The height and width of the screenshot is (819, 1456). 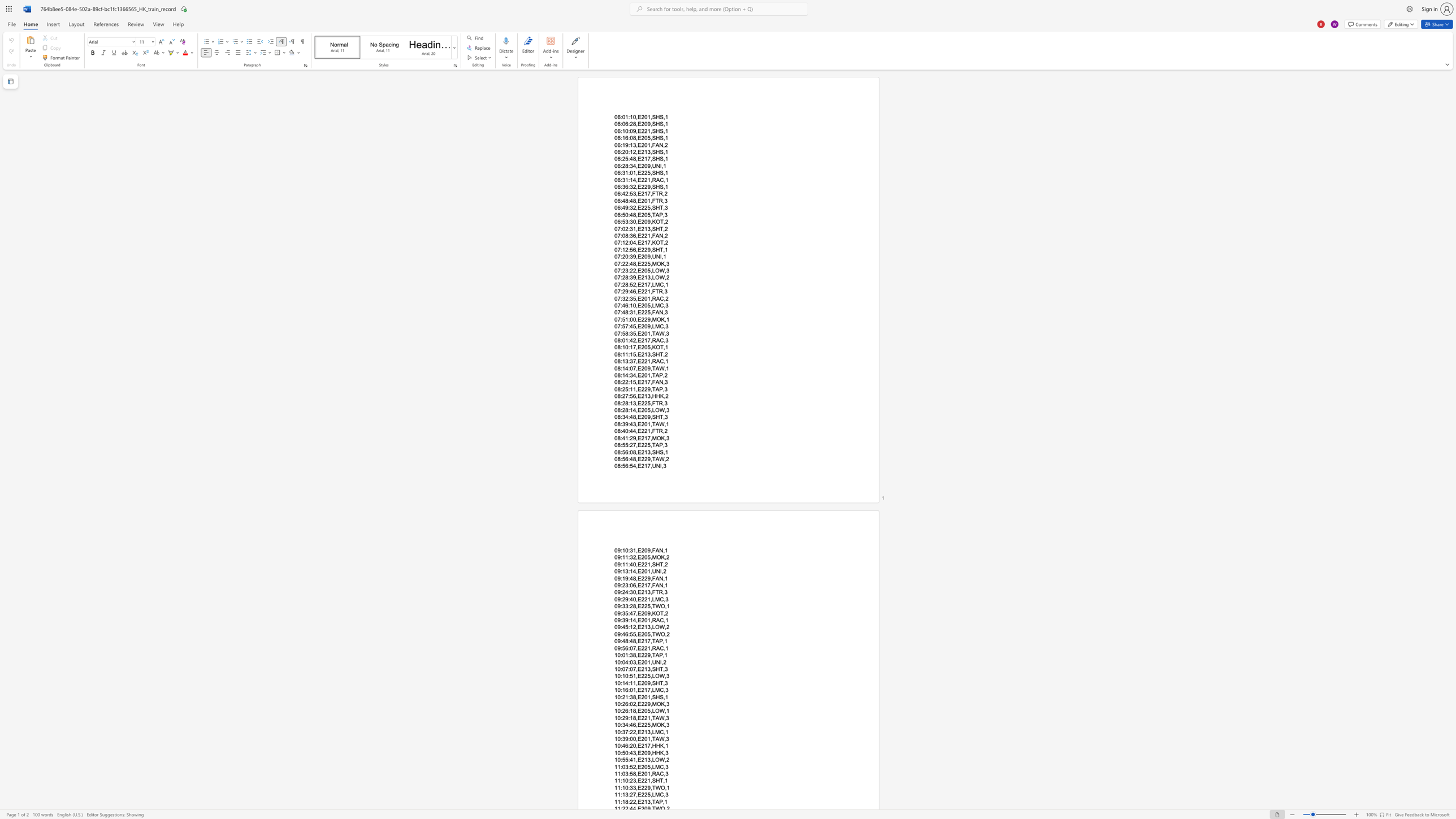 What do you see at coordinates (638, 284) in the screenshot?
I see `the space between the continuous character "," and "E" in the text` at bounding box center [638, 284].